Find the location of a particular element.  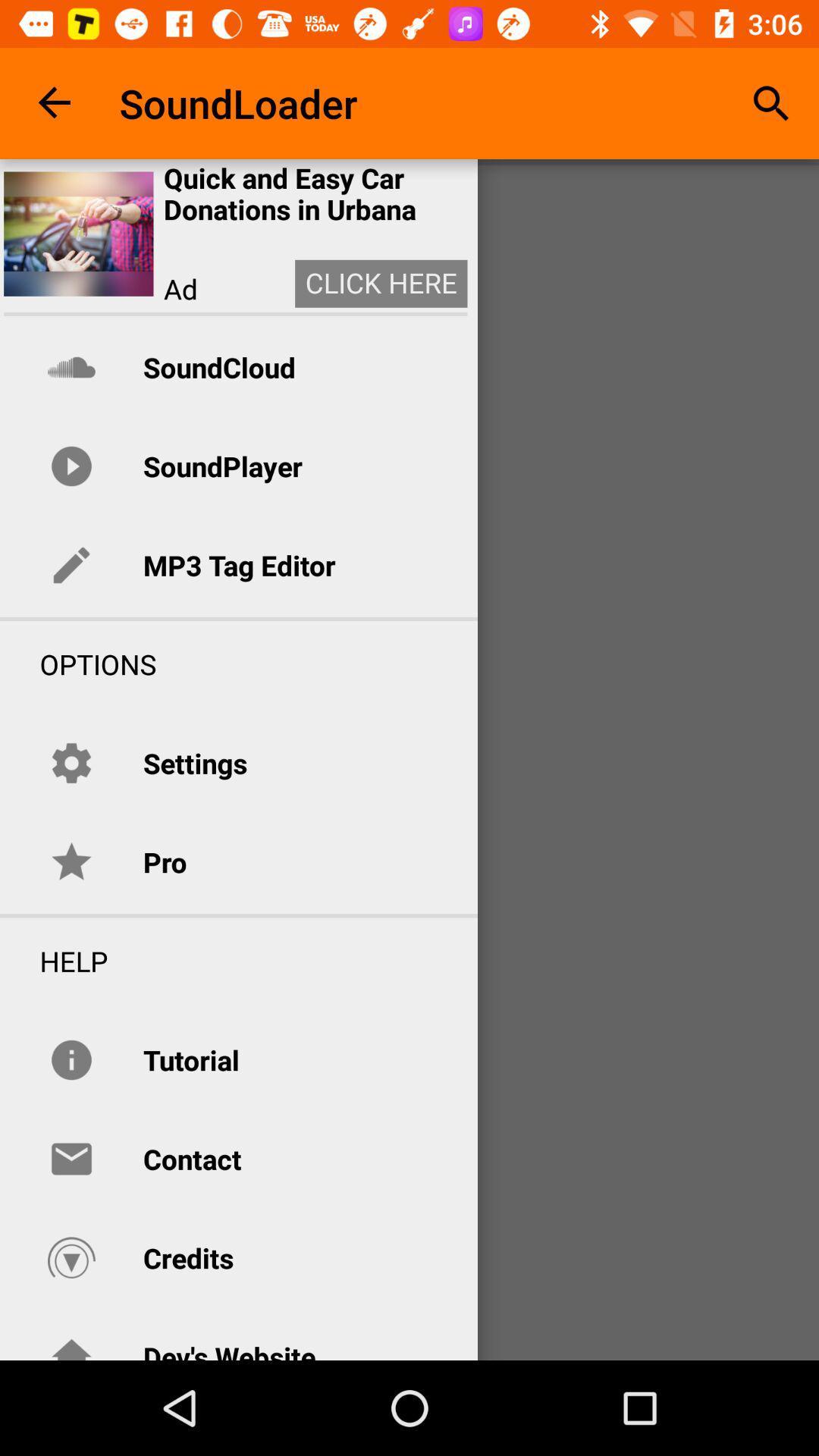

the item to the left of the quick and easy icon is located at coordinates (78, 233).